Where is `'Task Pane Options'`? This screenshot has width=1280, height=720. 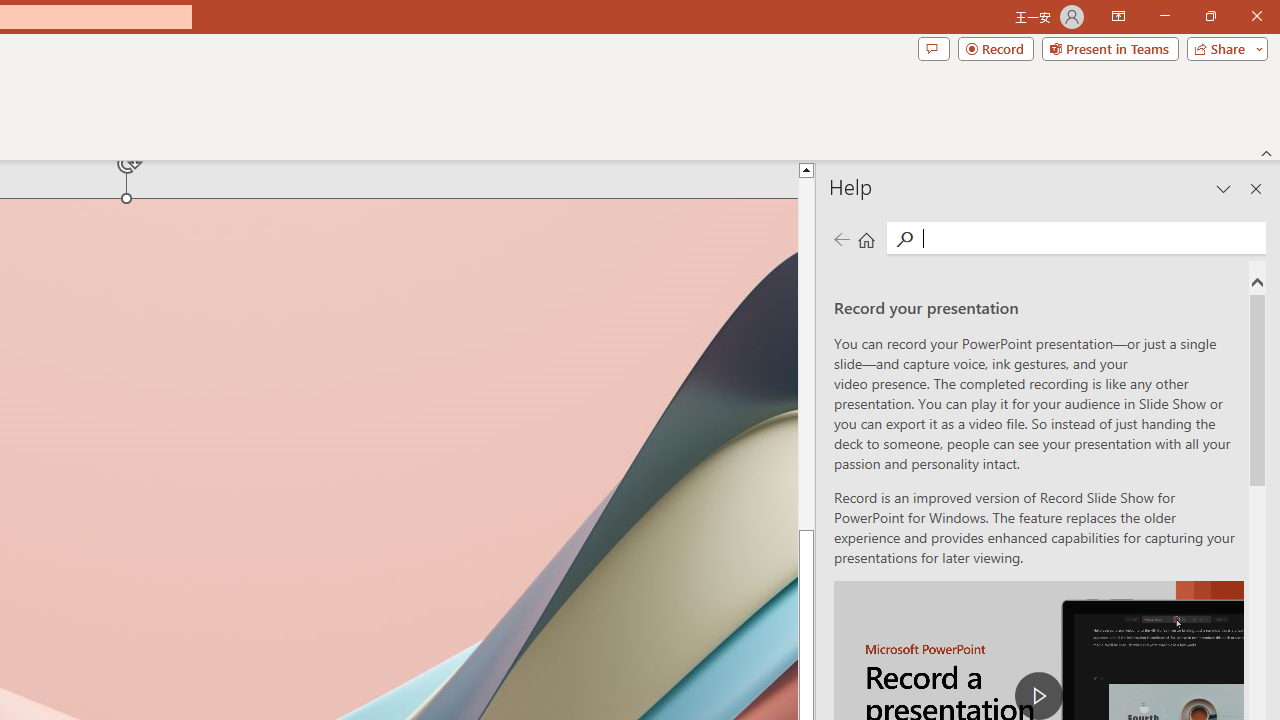 'Task Pane Options' is located at coordinates (1223, 189).